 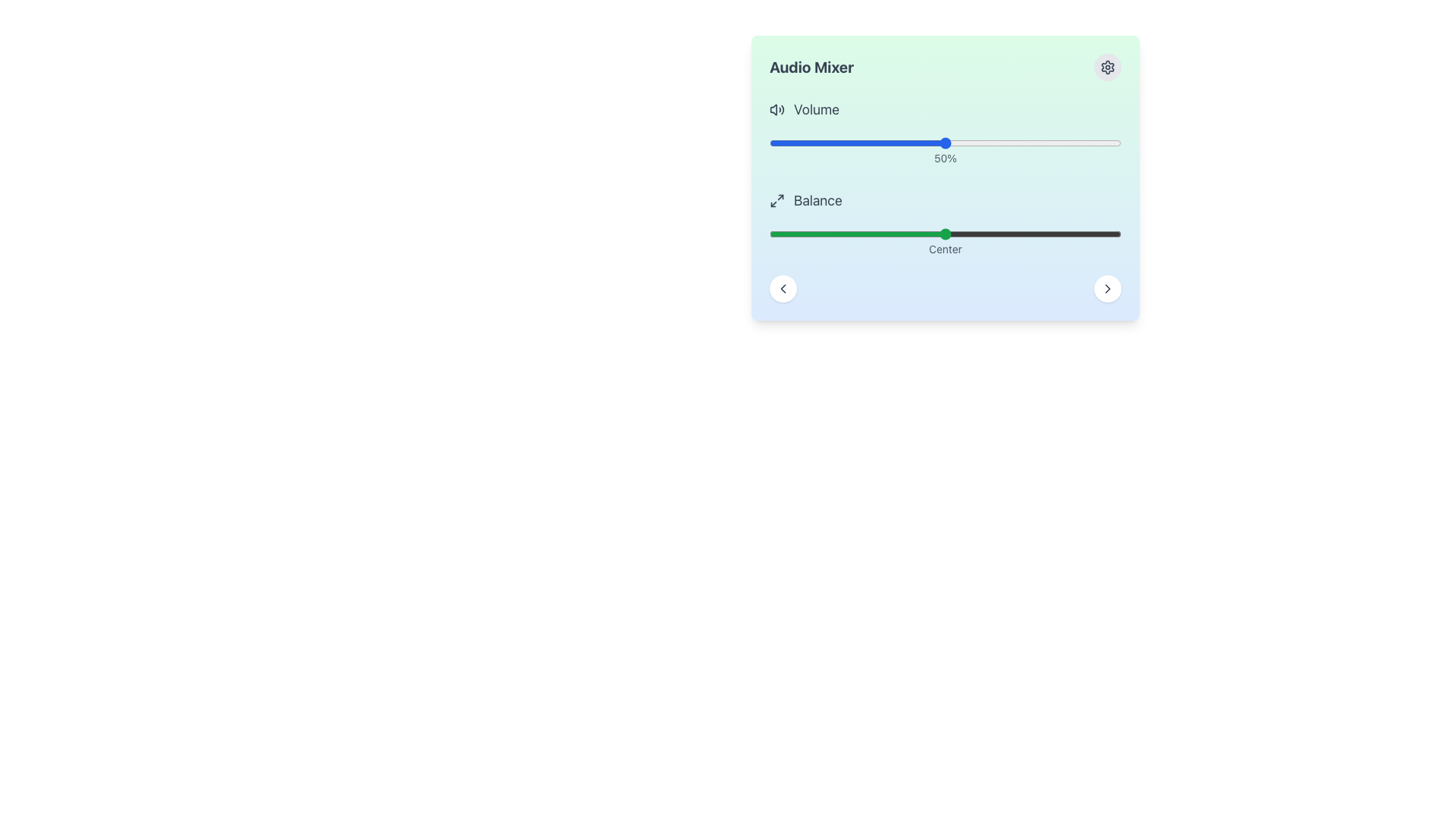 I want to click on the volume, so click(x=927, y=143).